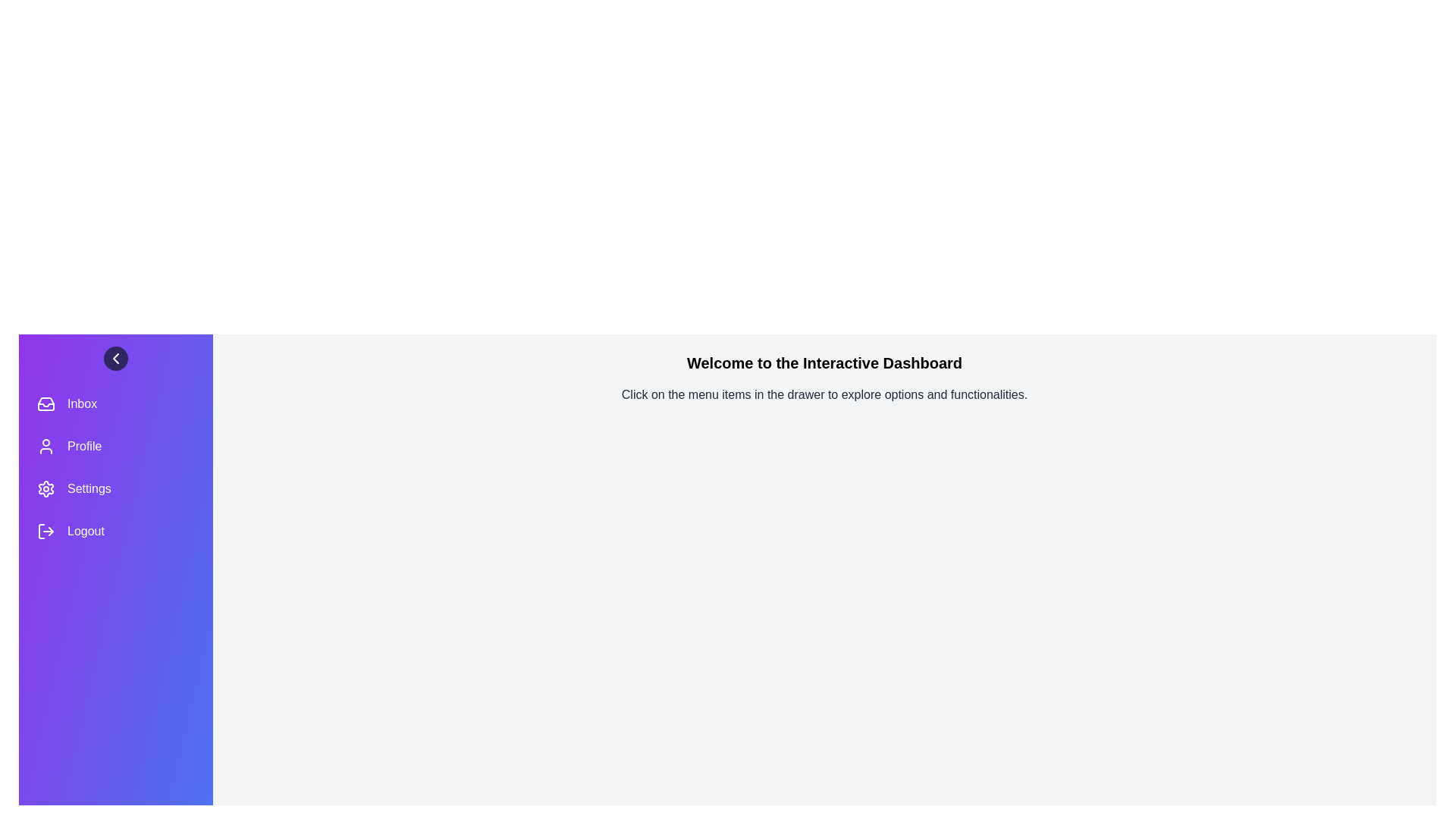 This screenshot has height=819, width=1456. Describe the element at coordinates (115, 403) in the screenshot. I see `the menu item labeled Inbox to trigger its associated action` at that location.